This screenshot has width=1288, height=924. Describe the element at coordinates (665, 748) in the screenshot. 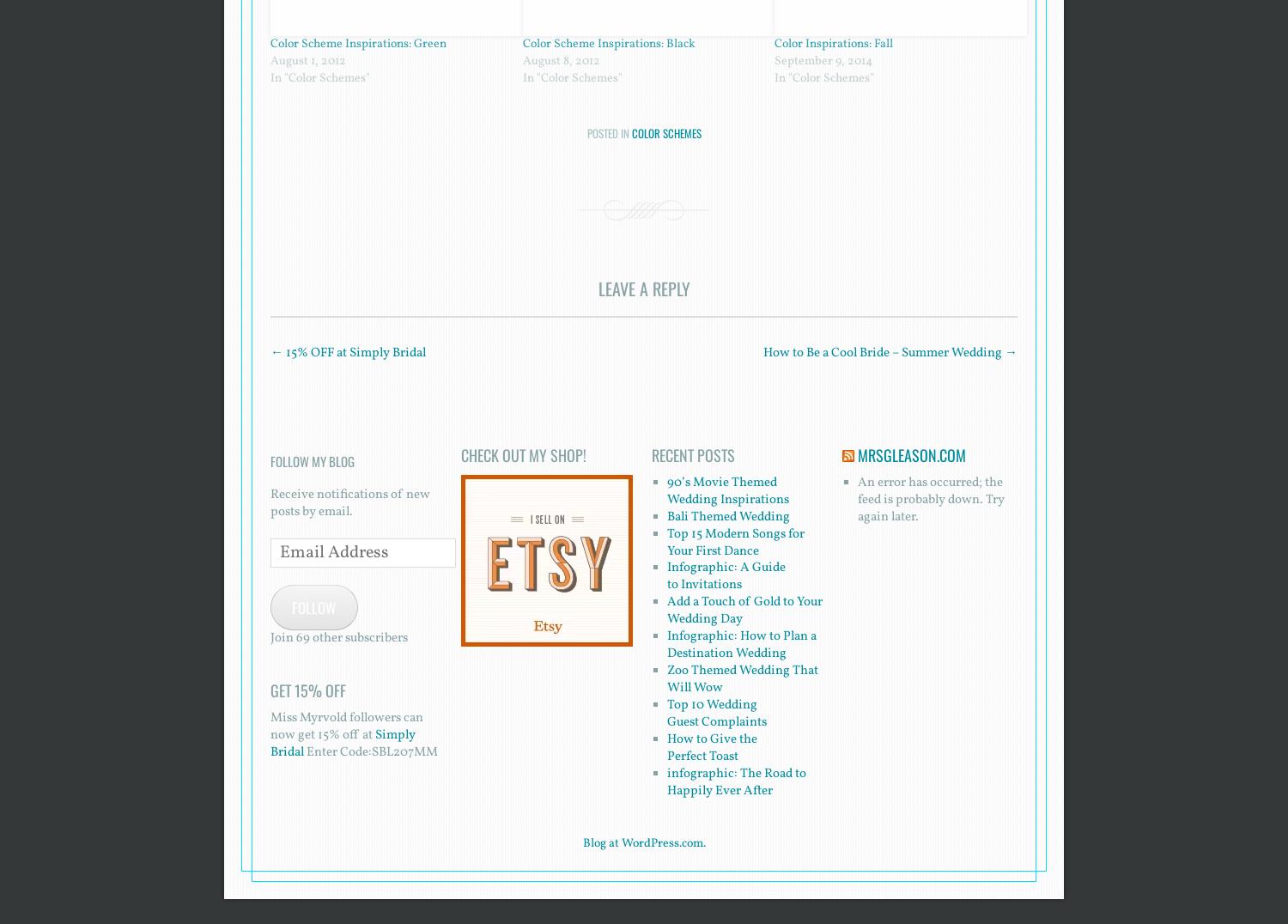

I see `'How to Give the Perfect Toast'` at that location.